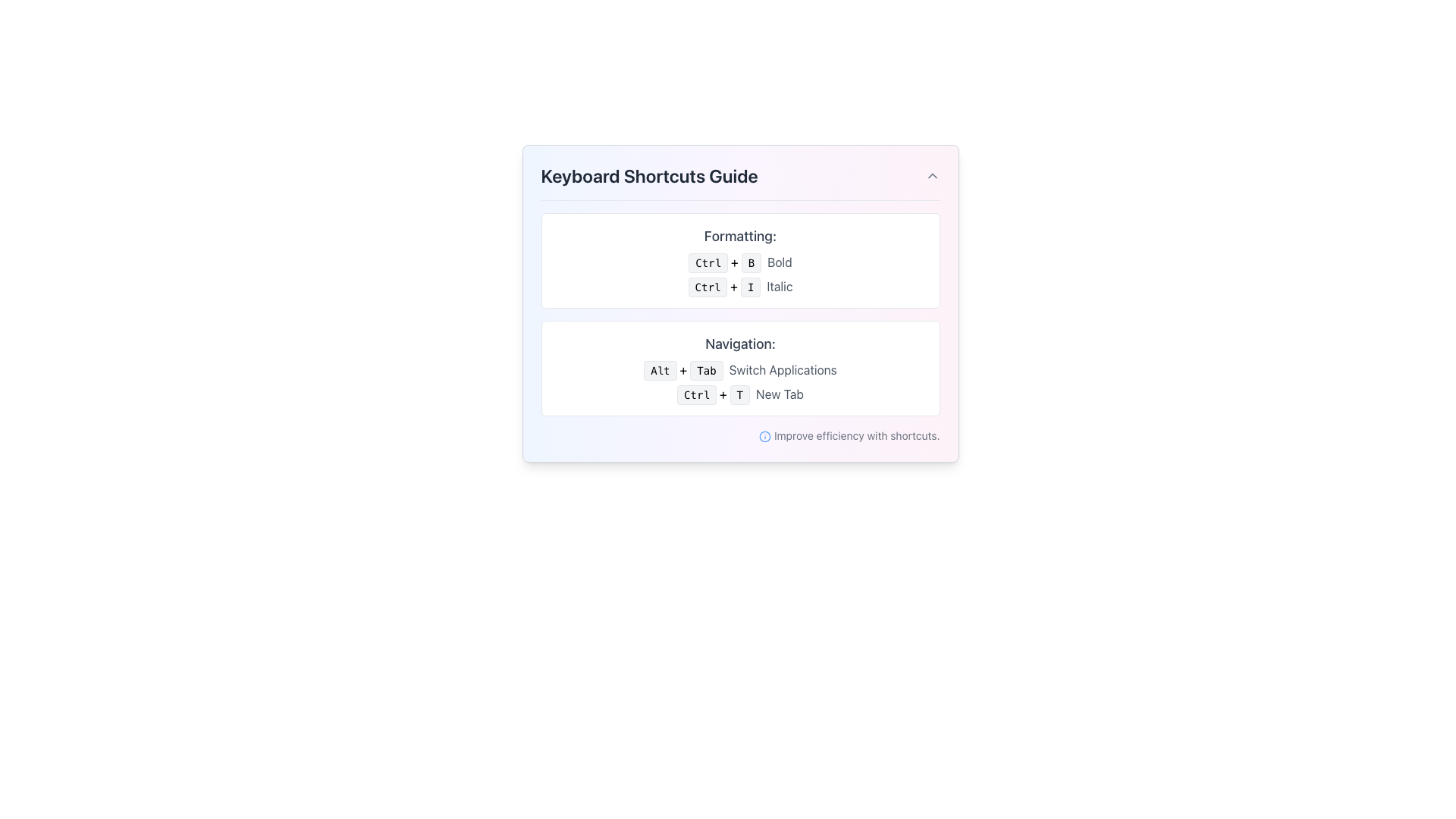 This screenshot has height=819, width=1456. Describe the element at coordinates (722, 394) in the screenshot. I see `the Text Label that signifies the keyboard shortcut 'Ctrl+T' for opening a new tab, which is centrally aligned between the 'Ctrl' and 'T' buttons` at that location.